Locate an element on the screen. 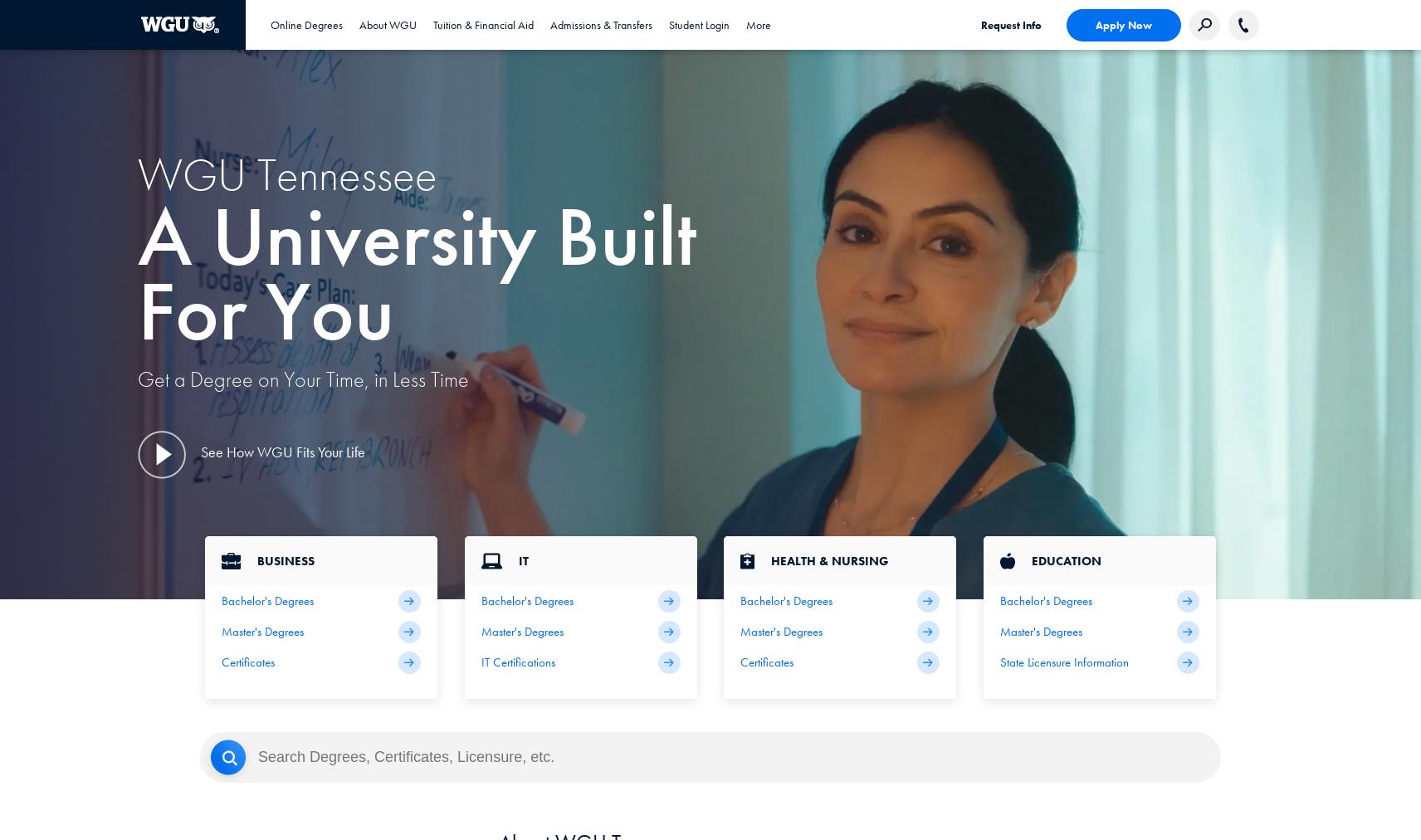  'IT' is located at coordinates (522, 560).